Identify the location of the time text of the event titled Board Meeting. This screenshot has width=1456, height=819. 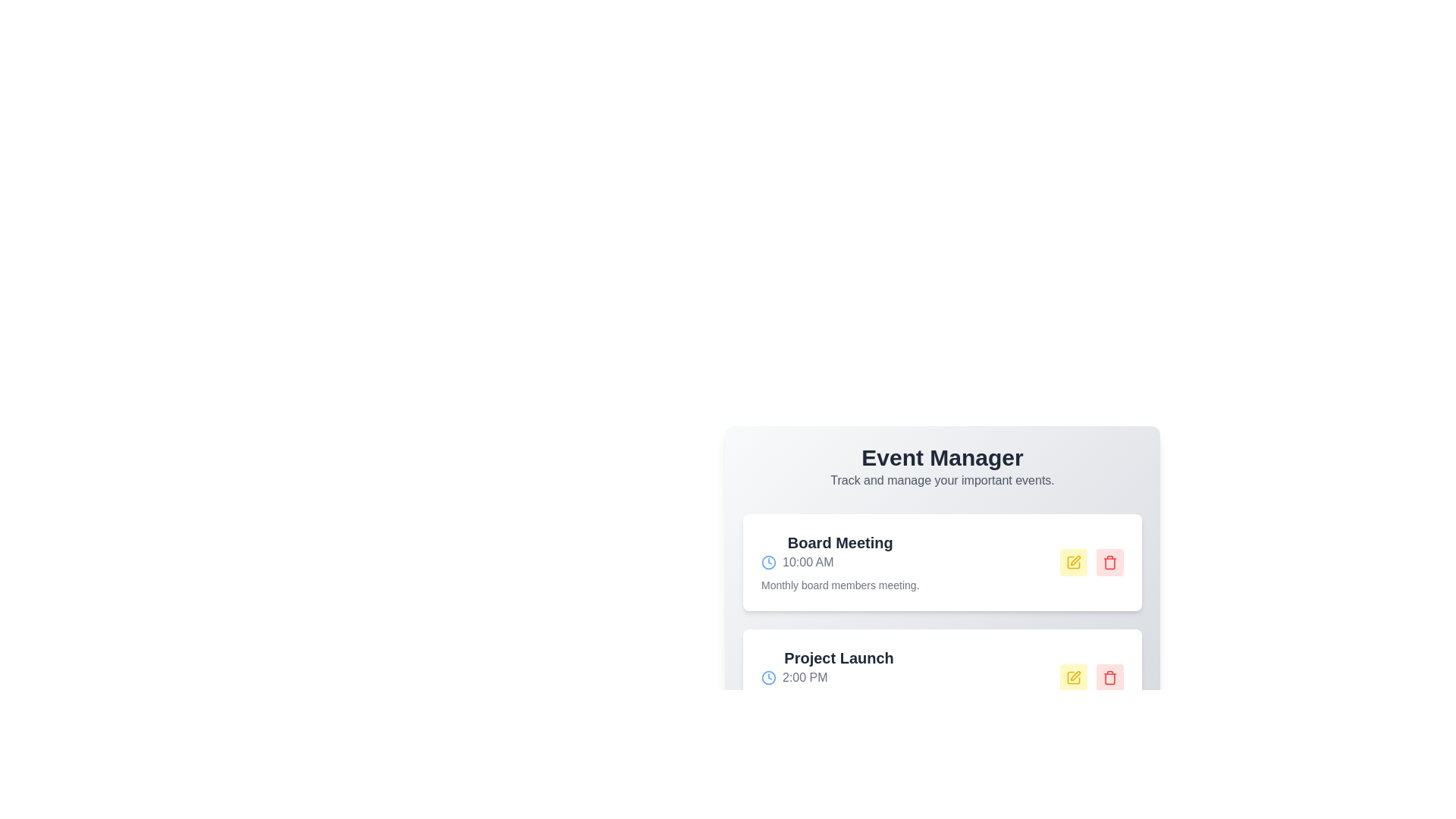
(839, 562).